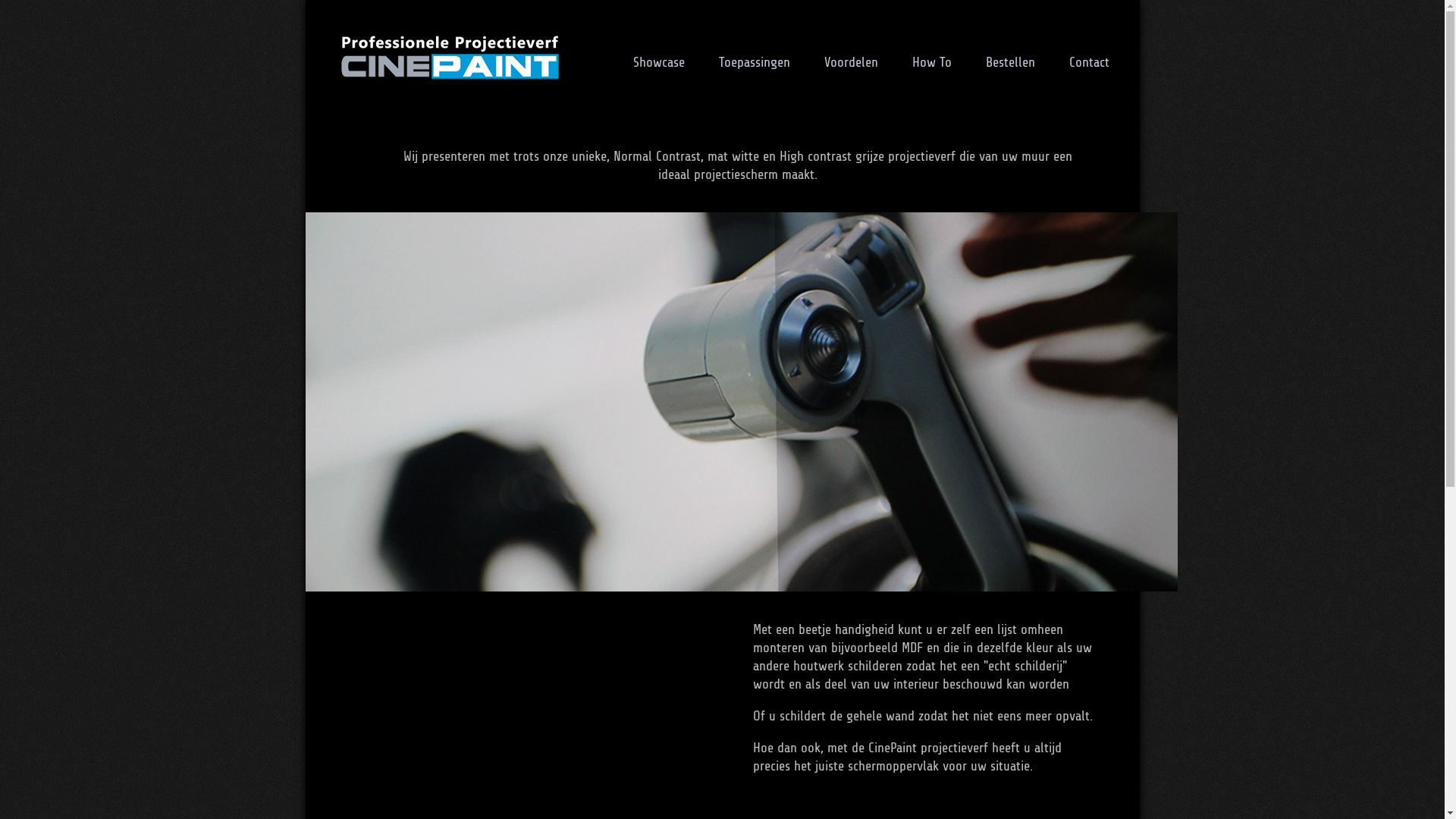  What do you see at coordinates (1088, 61) in the screenshot?
I see `'Contact'` at bounding box center [1088, 61].